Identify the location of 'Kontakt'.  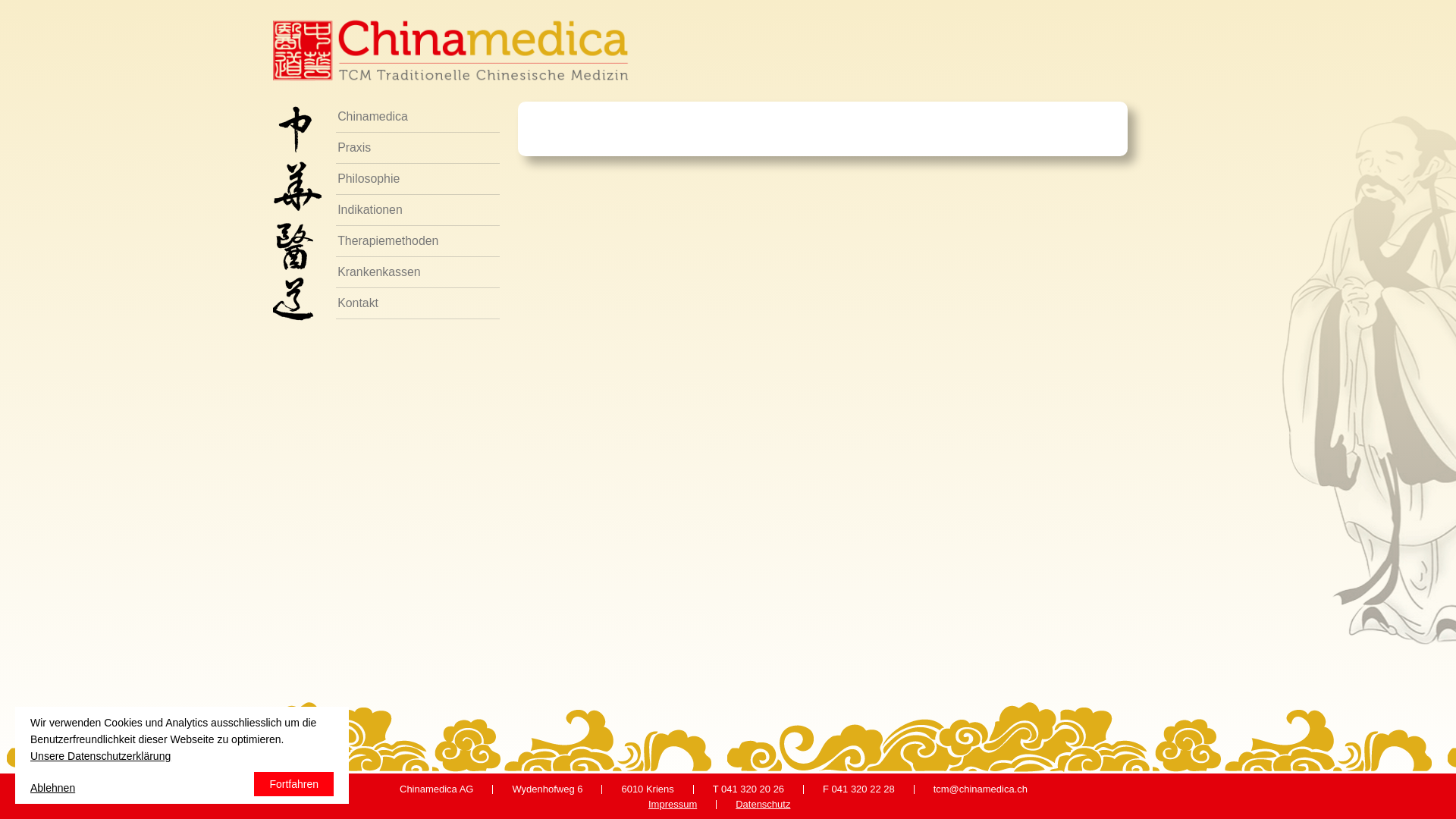
(418, 303).